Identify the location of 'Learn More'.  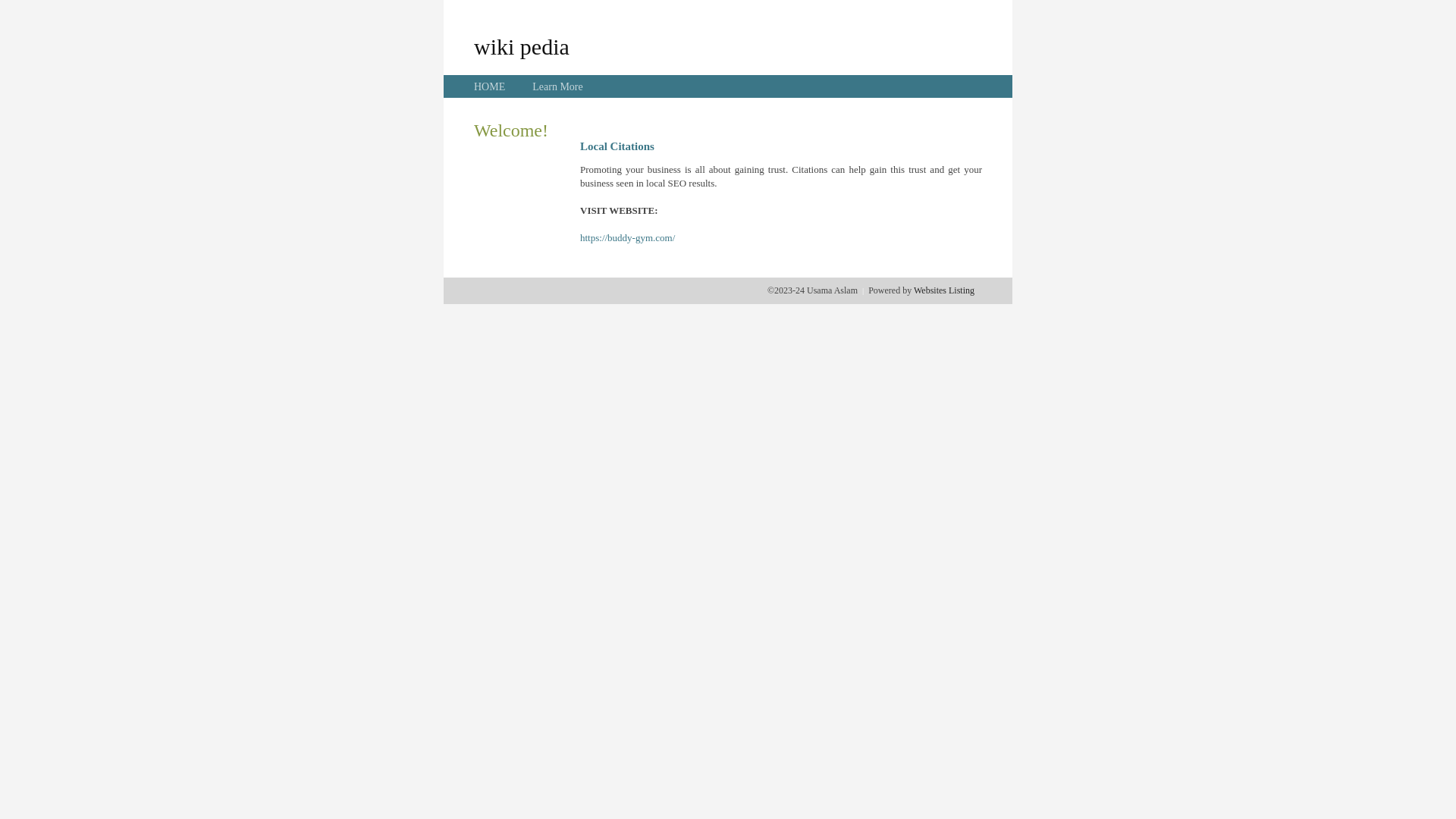
(556, 86).